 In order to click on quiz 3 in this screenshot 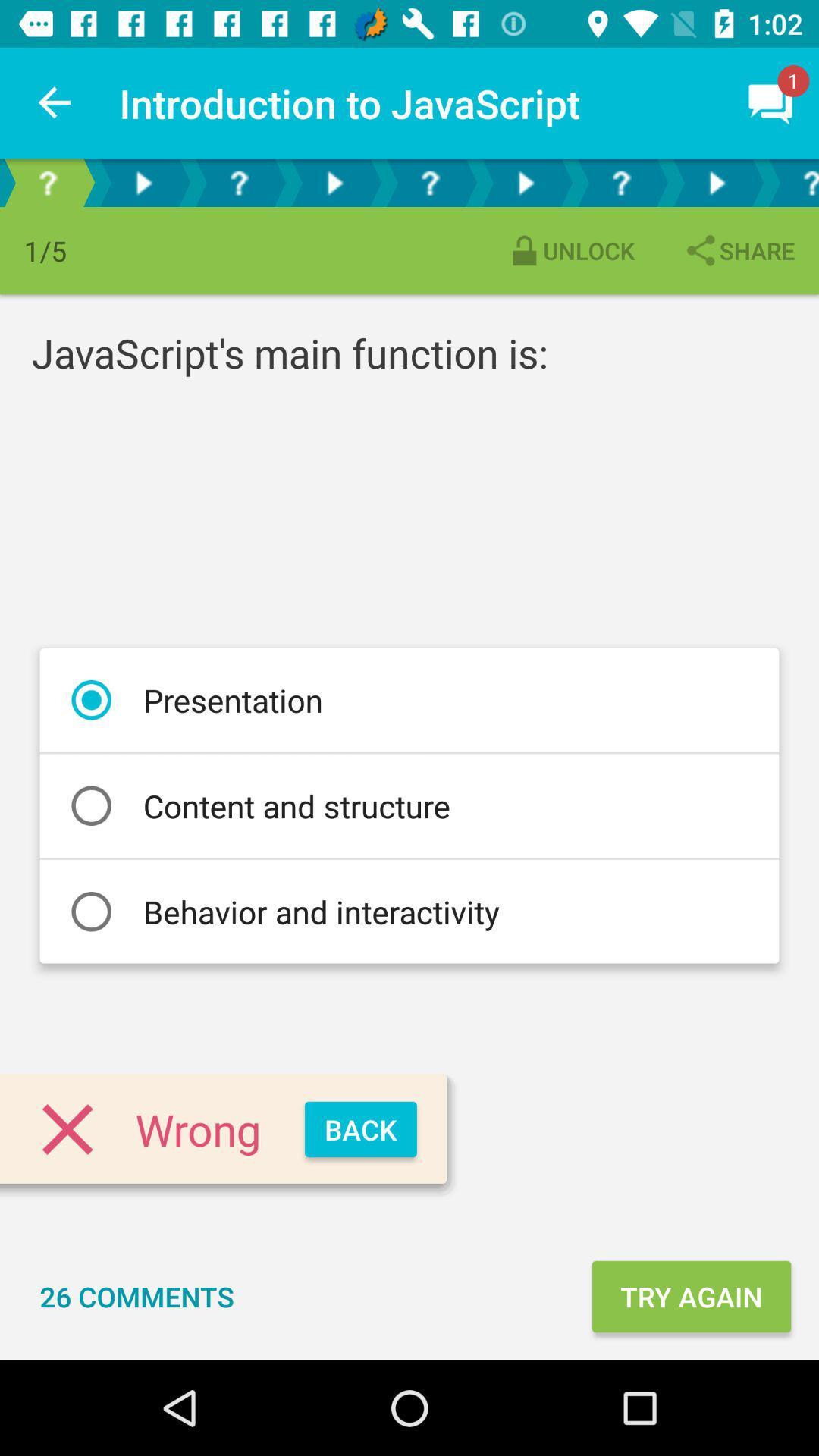, I will do `click(620, 182)`.